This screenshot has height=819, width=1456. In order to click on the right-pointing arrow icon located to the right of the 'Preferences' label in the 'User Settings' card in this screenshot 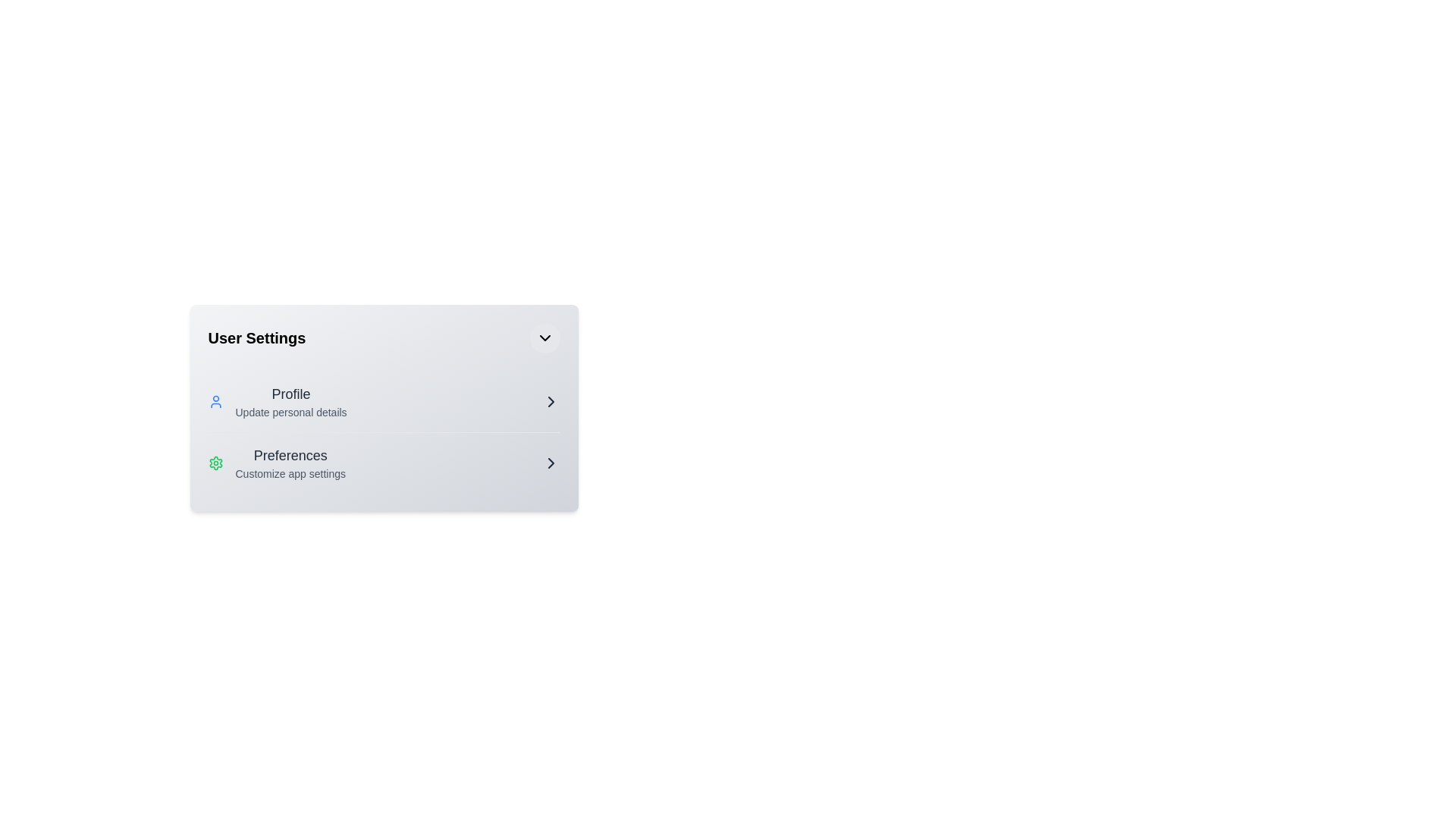, I will do `click(550, 462)`.